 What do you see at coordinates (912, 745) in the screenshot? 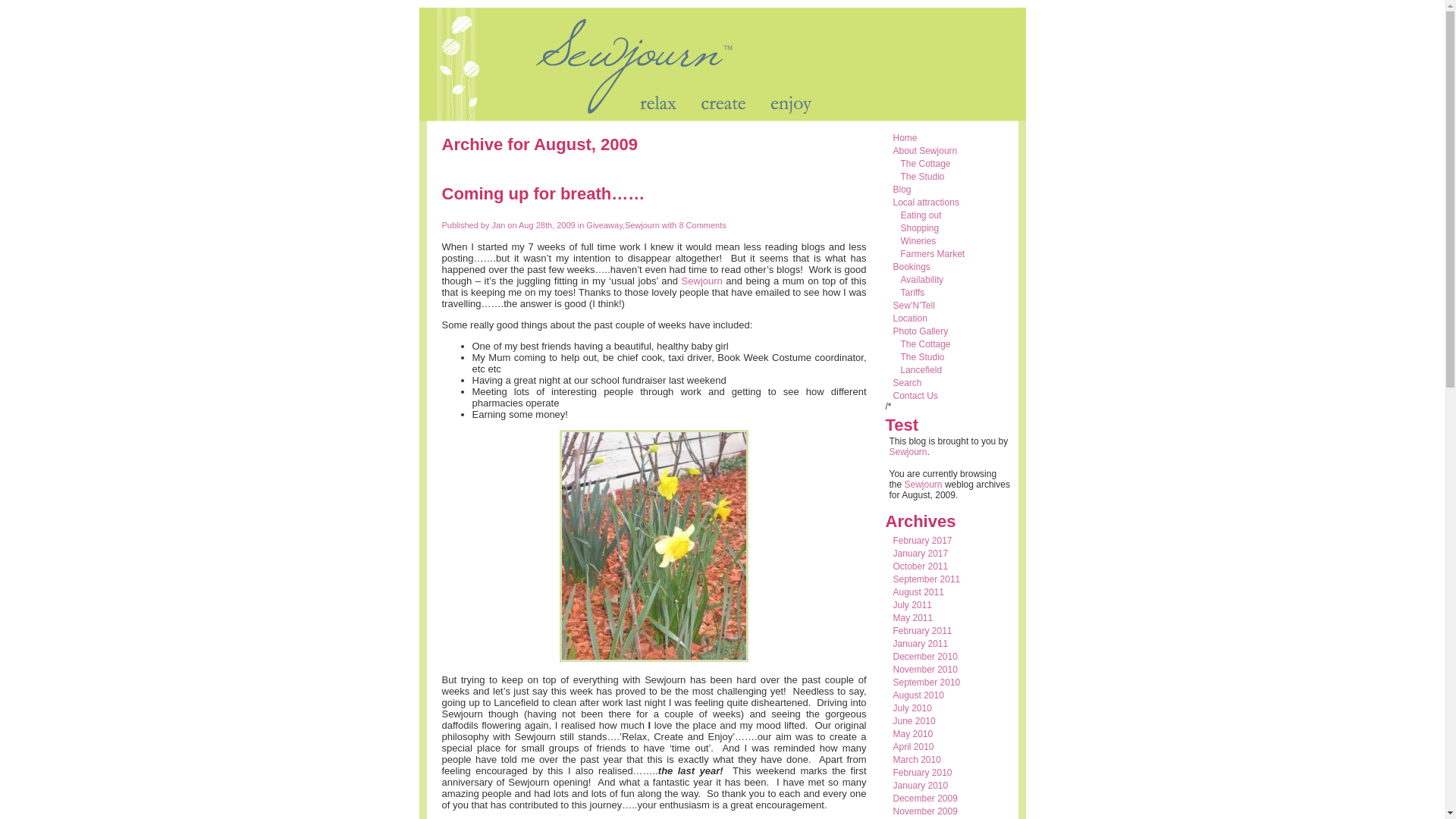
I see `'April 2010'` at bounding box center [912, 745].